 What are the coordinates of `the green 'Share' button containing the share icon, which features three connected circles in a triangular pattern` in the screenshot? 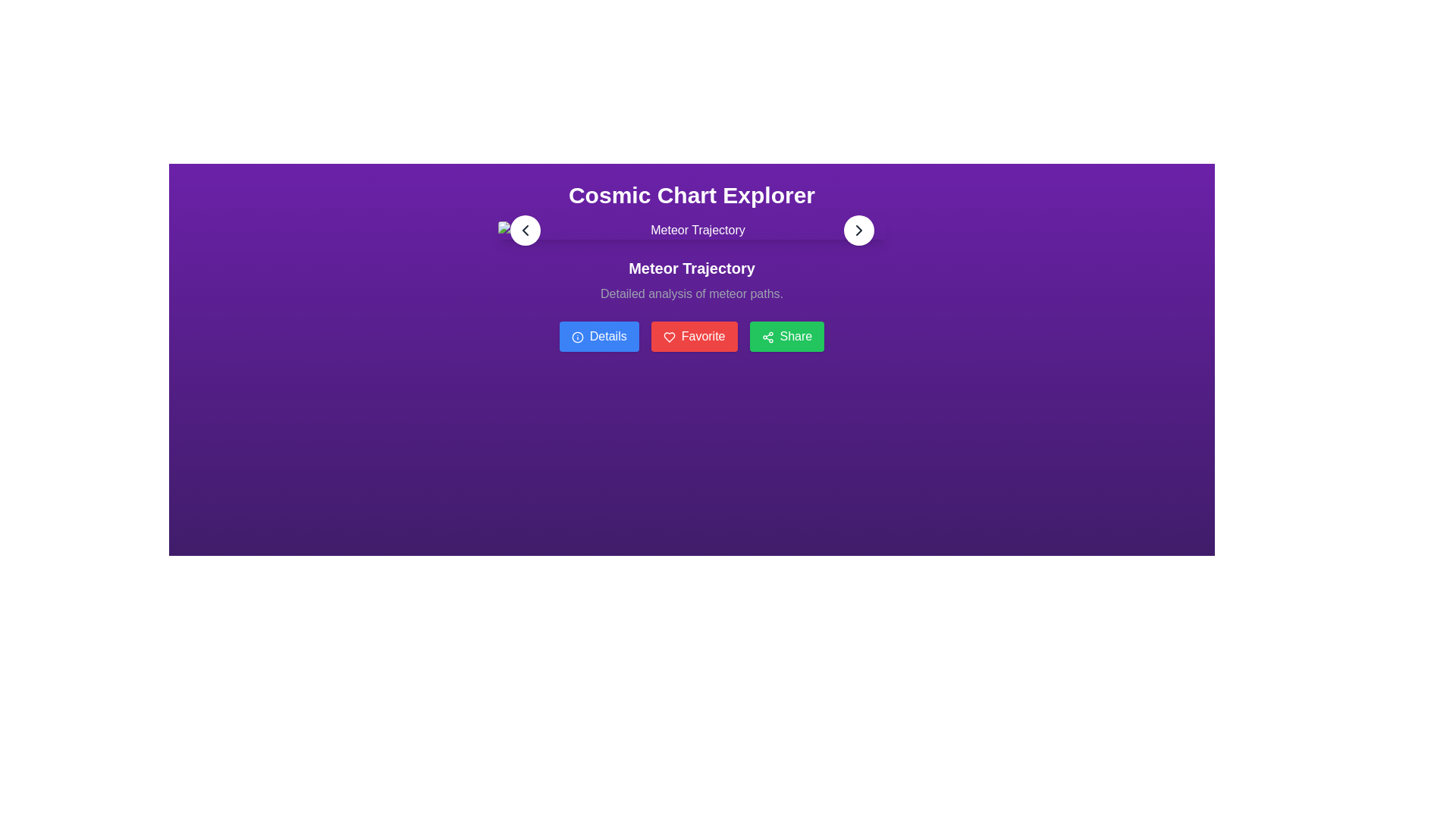 It's located at (767, 336).